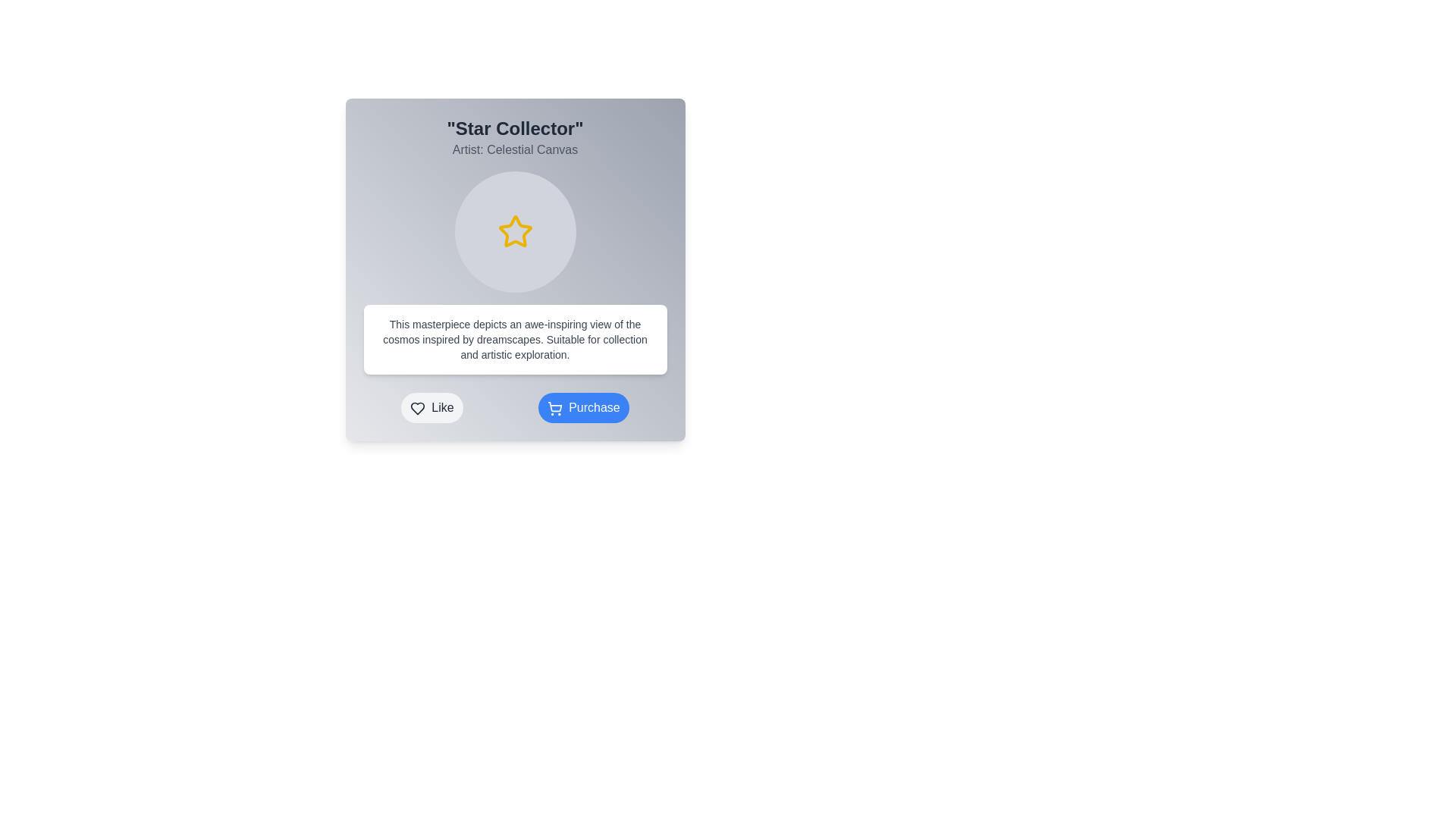 This screenshot has height=819, width=1456. I want to click on the Decorative icon, which is a circular icon with a grey background and a yellow star, located in the center of the card beneath the title 'Star Collector', so click(515, 231).